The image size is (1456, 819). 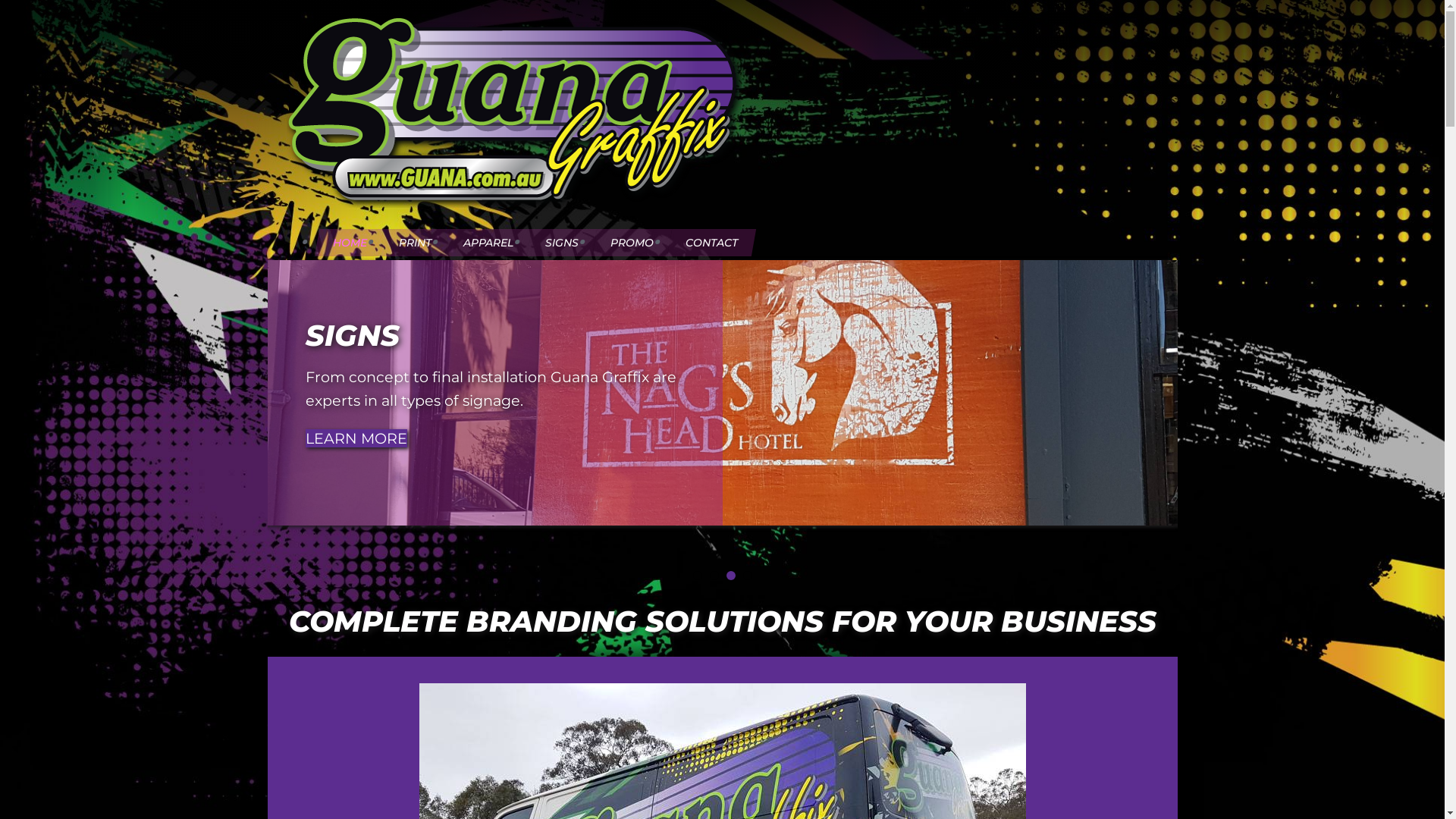 What do you see at coordinates (349, 242) in the screenshot?
I see `'HOME'` at bounding box center [349, 242].